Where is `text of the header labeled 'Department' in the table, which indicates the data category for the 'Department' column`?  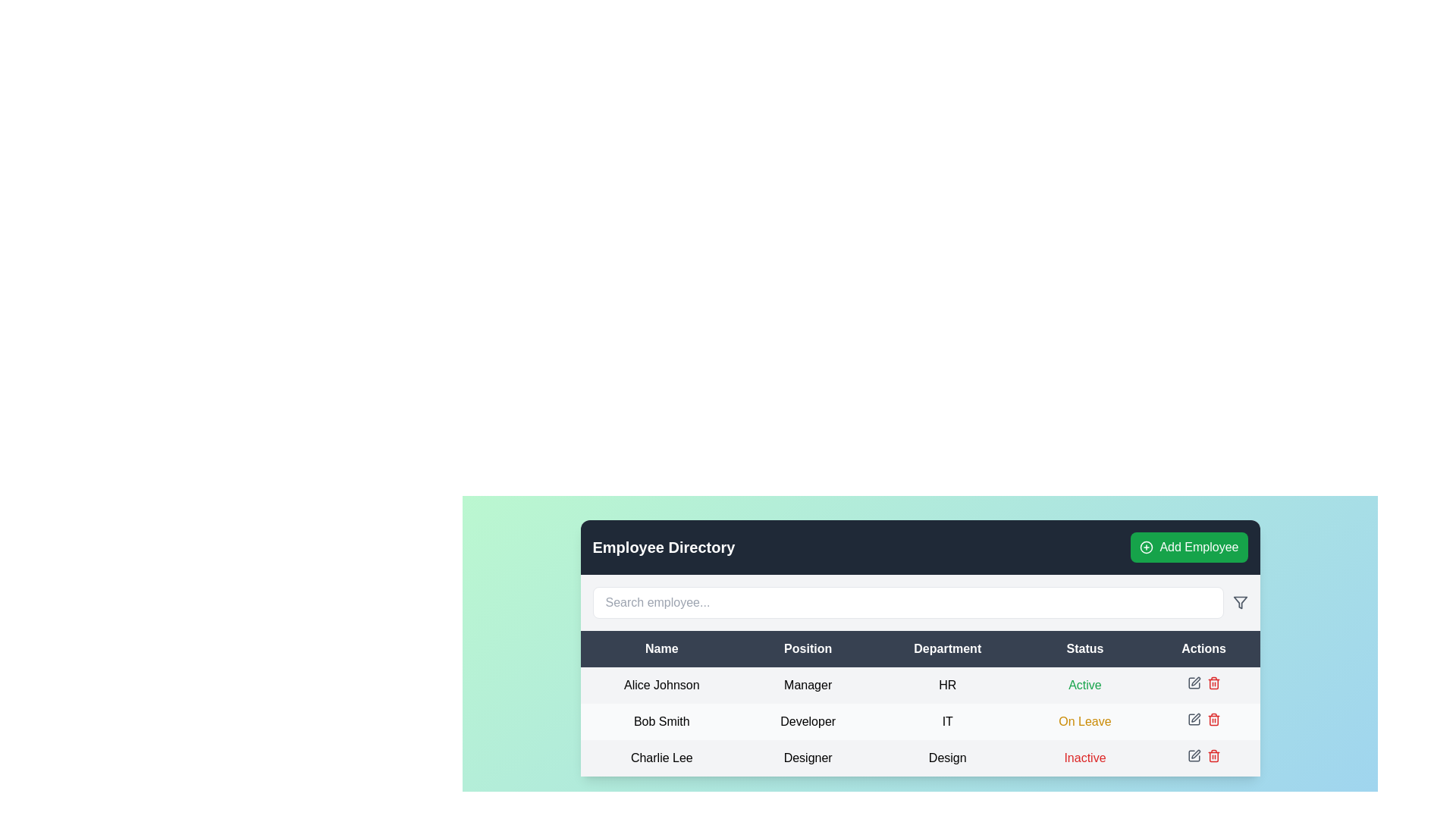
text of the header labeled 'Department' in the table, which indicates the data category for the 'Department' column is located at coordinates (919, 648).